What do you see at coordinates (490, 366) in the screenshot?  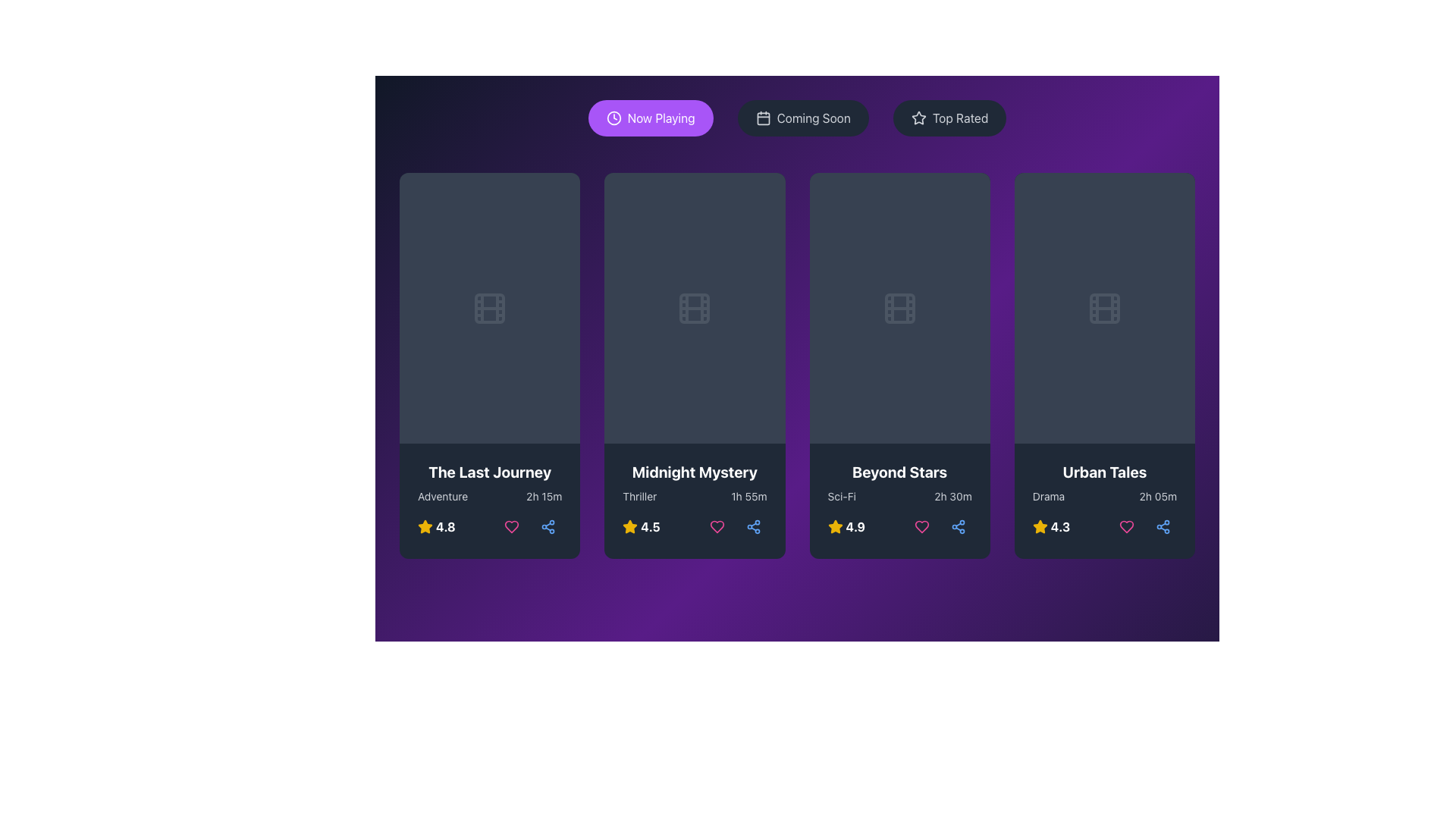 I see `to select the first media card in the grid layout labeled 'Now Playing', which displays the title, genre, duration, and rating` at bounding box center [490, 366].